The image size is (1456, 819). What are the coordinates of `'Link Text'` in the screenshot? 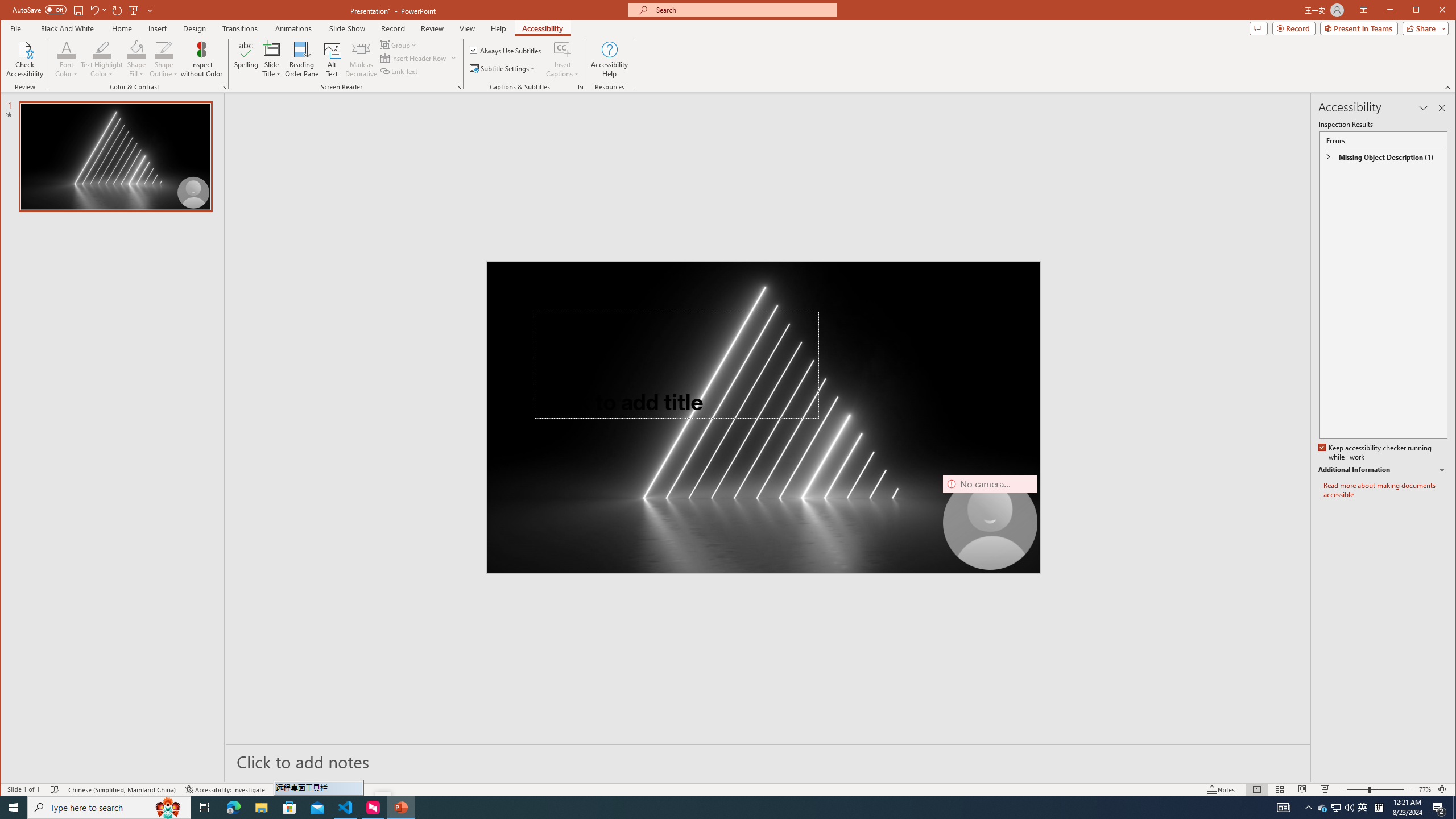 It's located at (399, 71).